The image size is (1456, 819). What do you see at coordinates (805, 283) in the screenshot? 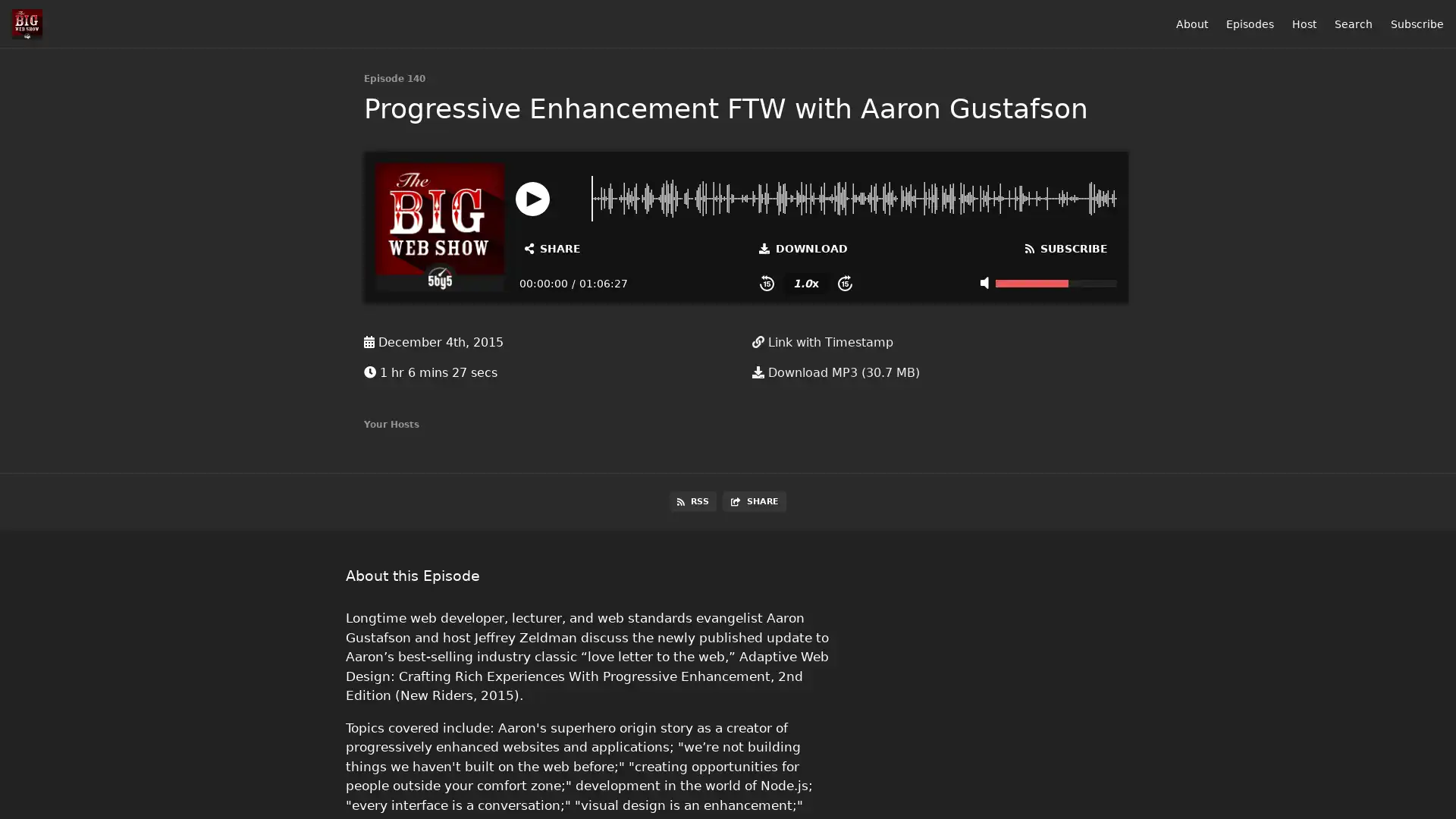
I see `Change Playback Speed` at bounding box center [805, 283].